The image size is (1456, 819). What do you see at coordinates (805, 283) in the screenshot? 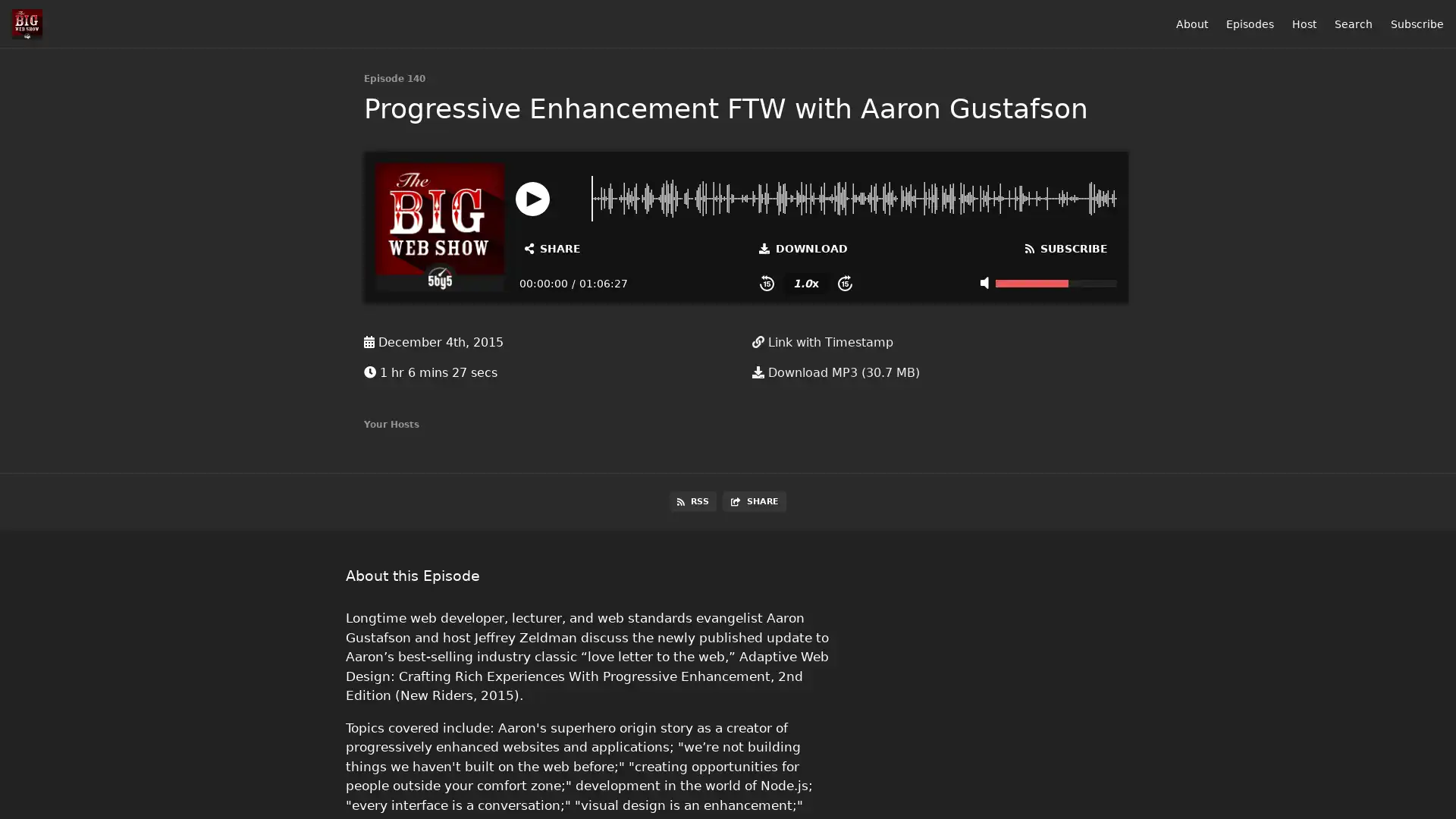
I see `Change Playback Speed` at bounding box center [805, 283].